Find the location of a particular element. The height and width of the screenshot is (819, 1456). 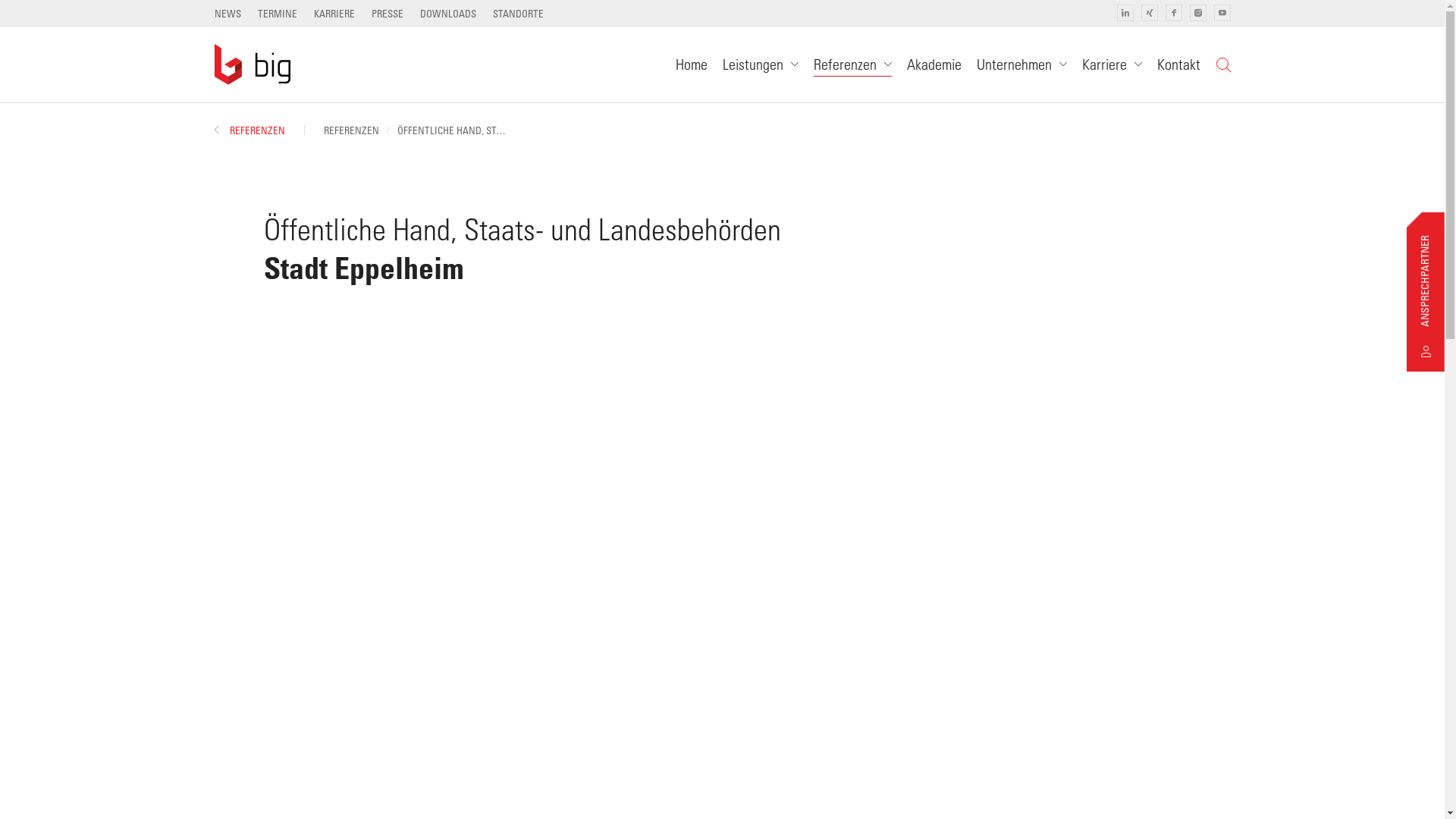

'Instagram' is located at coordinates (1197, 12).